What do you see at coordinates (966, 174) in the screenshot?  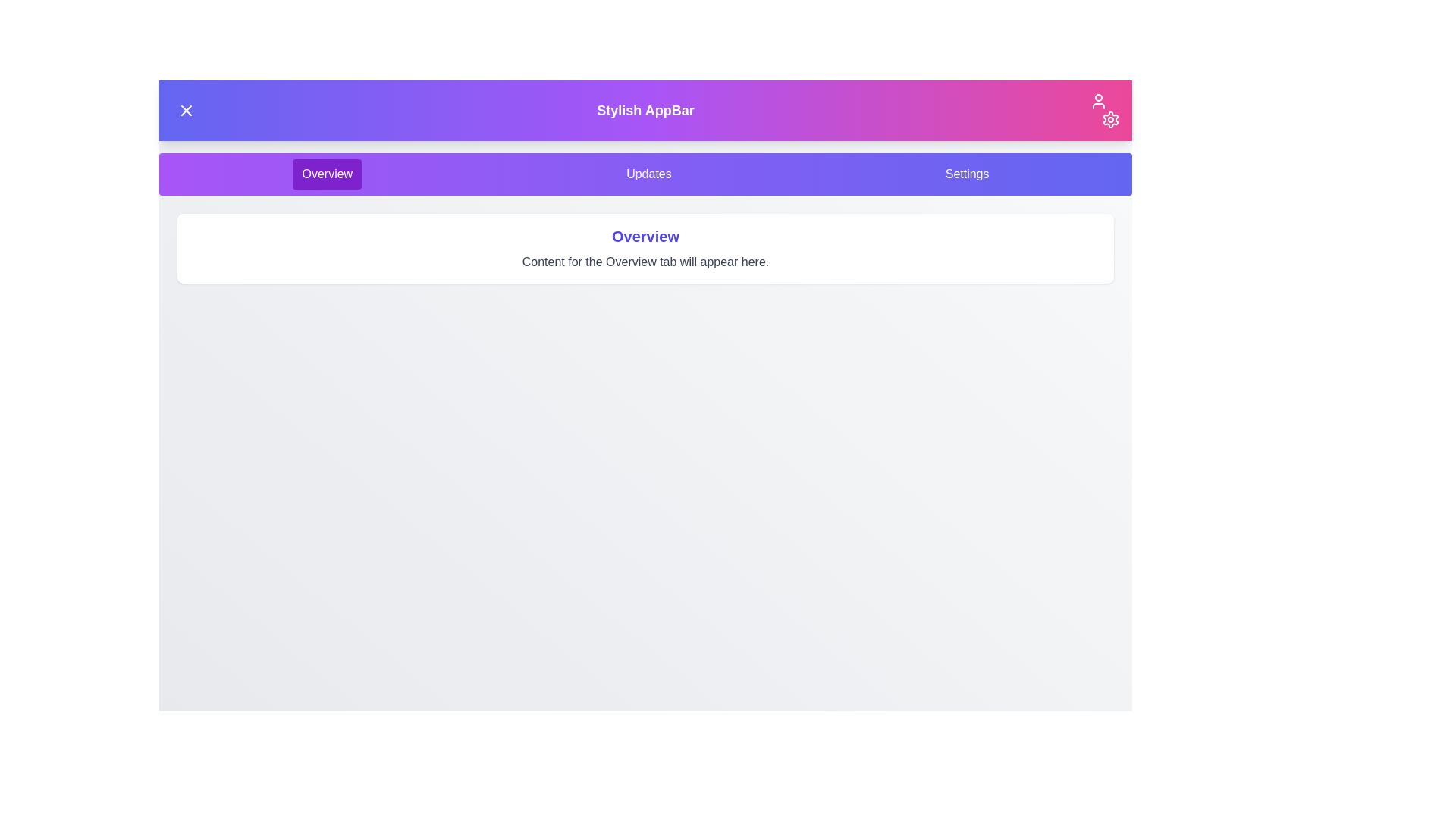 I see `the tab labeled Settings to observe its associated gradient and content` at bounding box center [966, 174].